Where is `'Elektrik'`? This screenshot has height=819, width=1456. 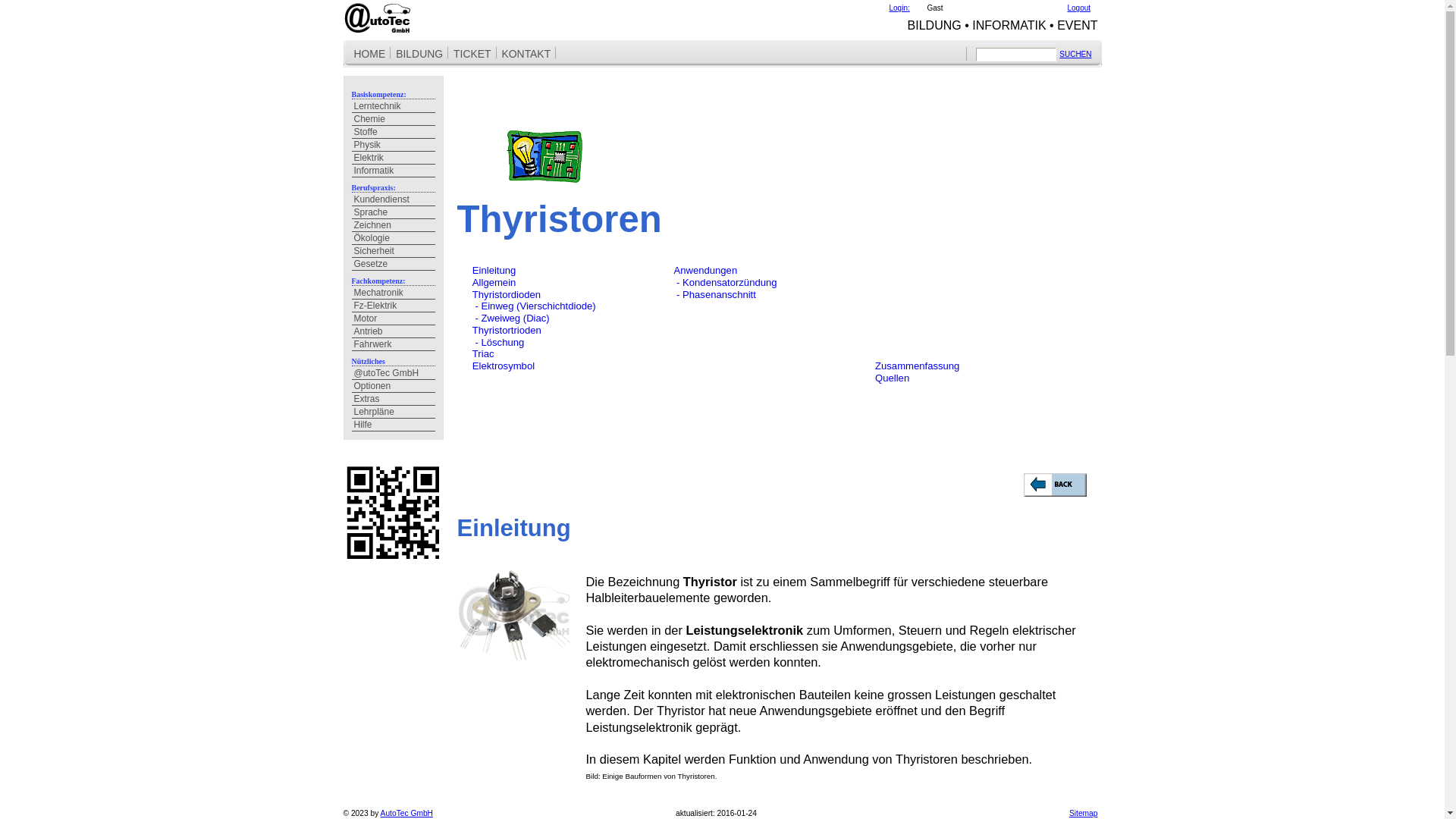 'Elektrik' is located at coordinates (393, 158).